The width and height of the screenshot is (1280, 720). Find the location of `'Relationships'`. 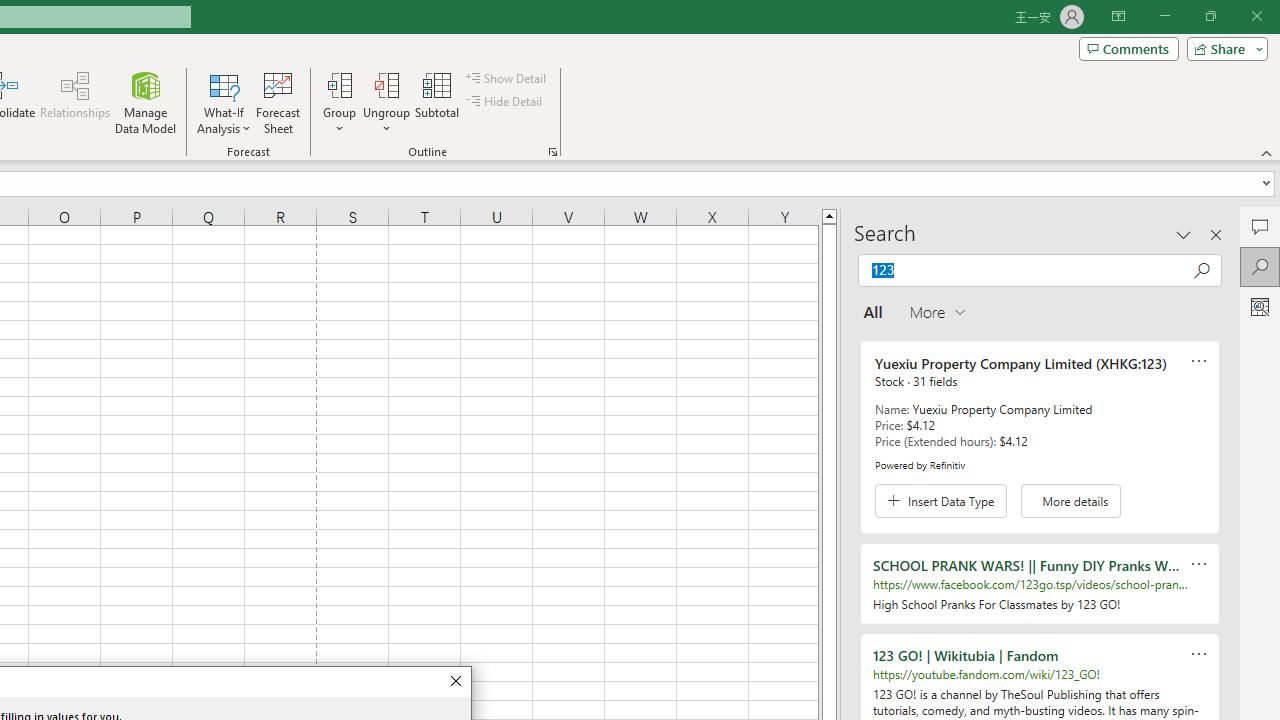

'Relationships' is located at coordinates (75, 103).